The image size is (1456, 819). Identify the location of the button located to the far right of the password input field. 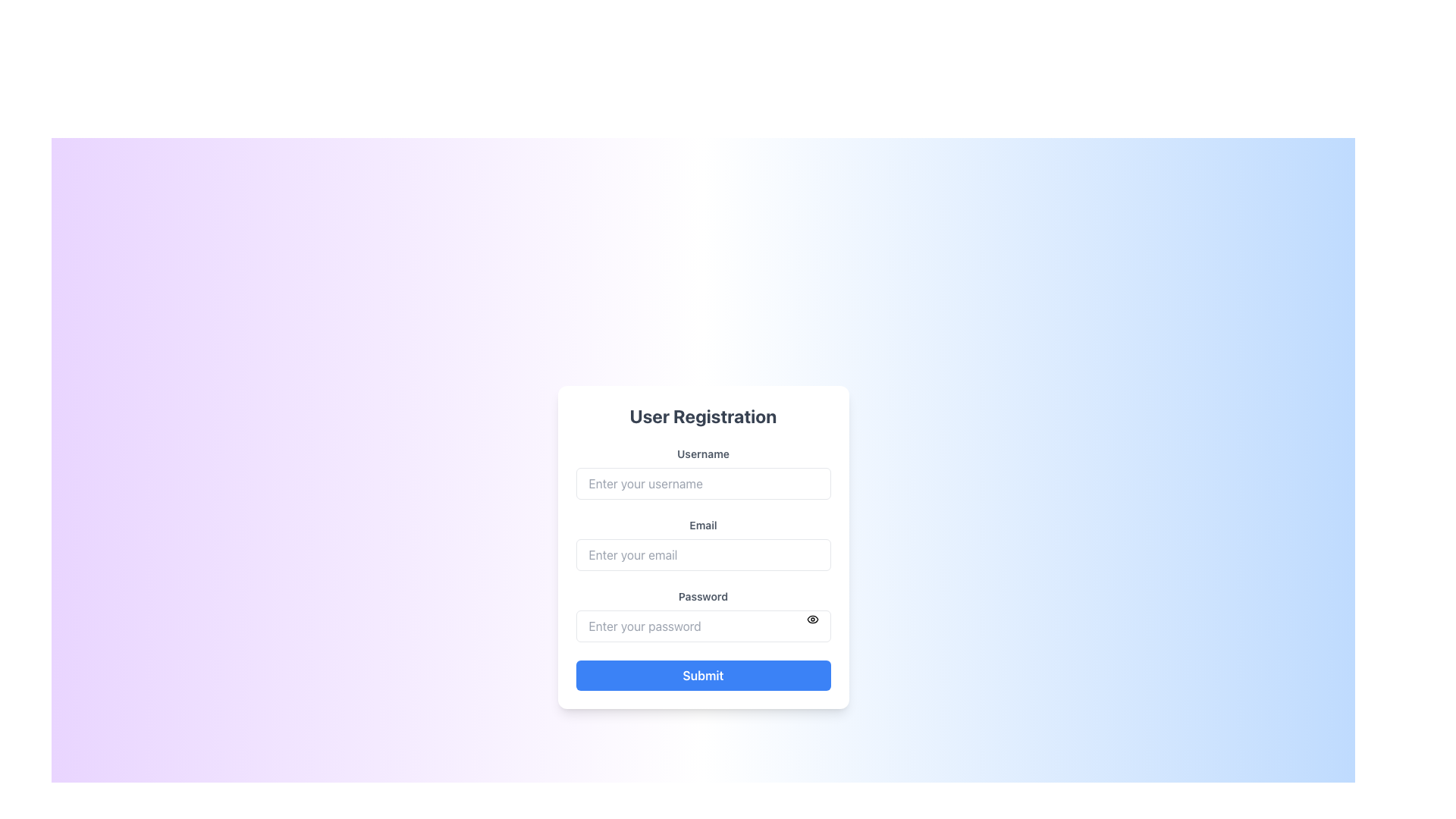
(811, 620).